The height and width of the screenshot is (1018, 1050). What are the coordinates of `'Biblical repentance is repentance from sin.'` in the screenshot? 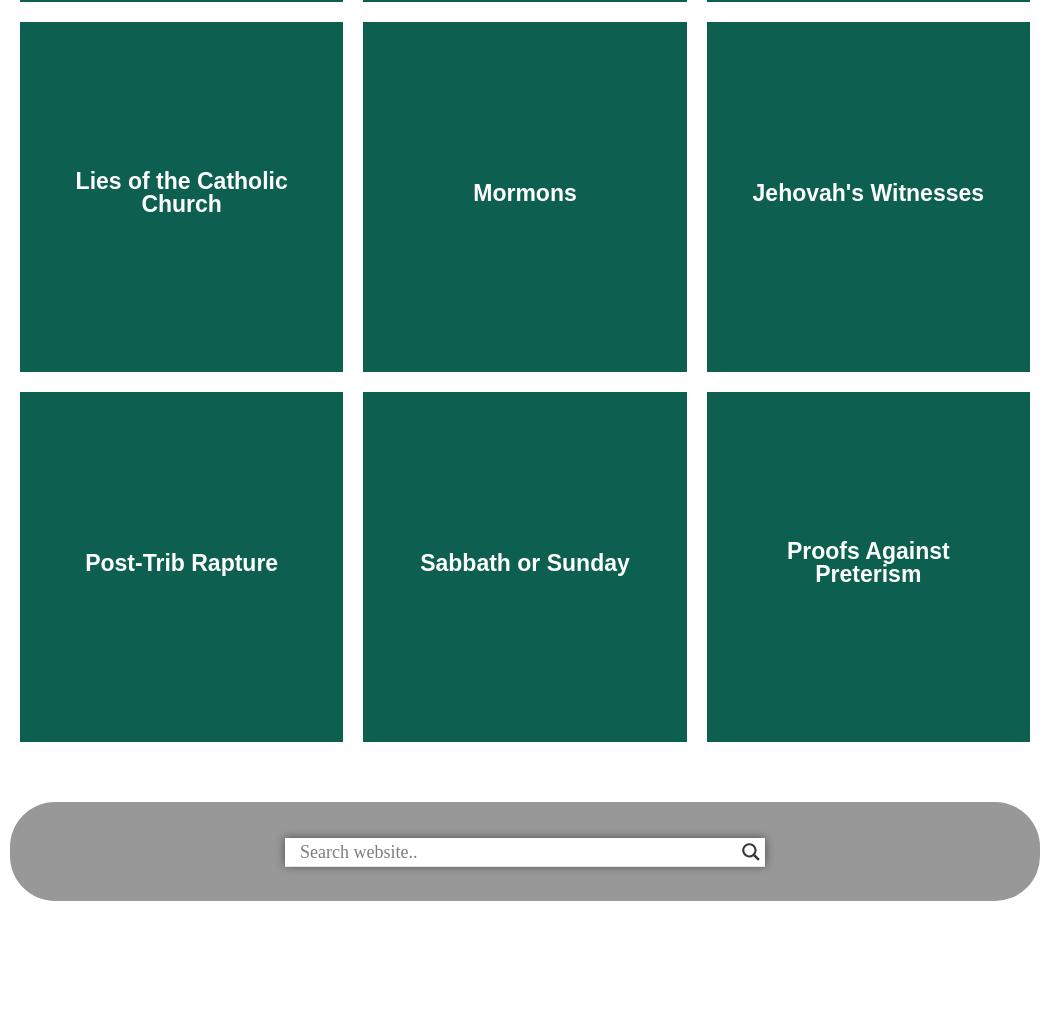 It's located at (741, 166).